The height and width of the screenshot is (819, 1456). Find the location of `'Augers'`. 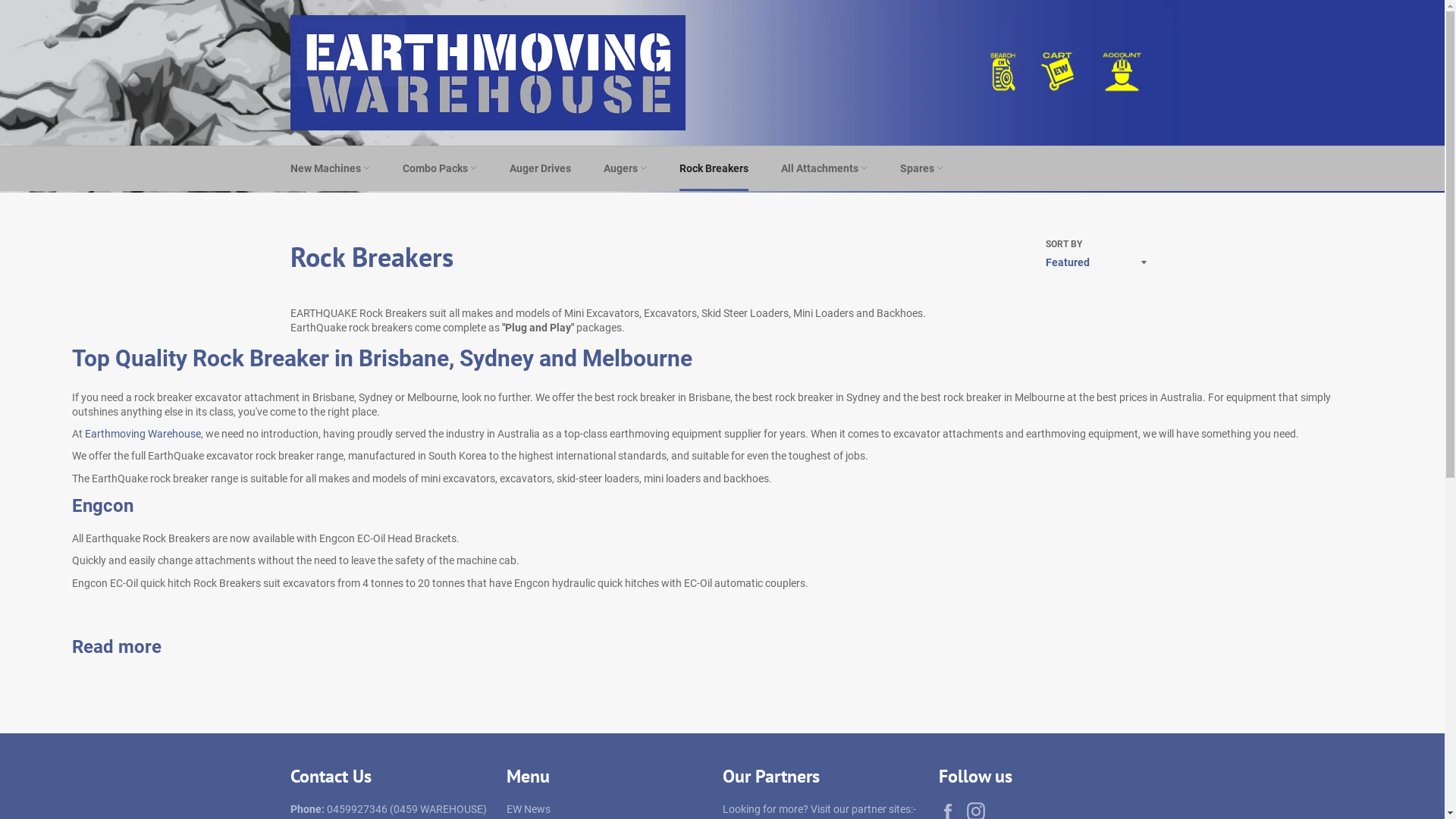

'Augers' is located at coordinates (588, 168).